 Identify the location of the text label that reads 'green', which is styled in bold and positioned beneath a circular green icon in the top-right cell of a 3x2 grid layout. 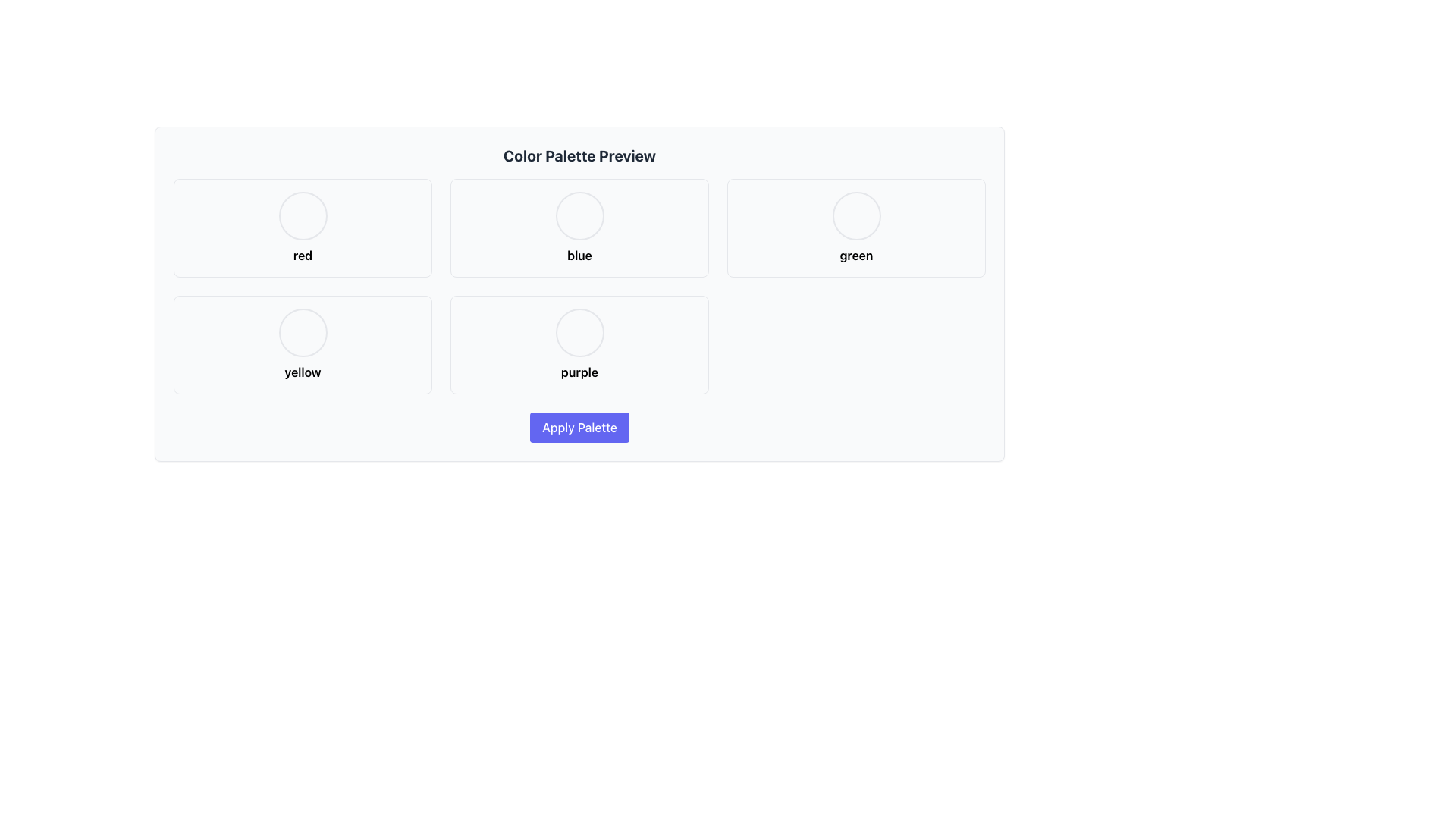
(856, 254).